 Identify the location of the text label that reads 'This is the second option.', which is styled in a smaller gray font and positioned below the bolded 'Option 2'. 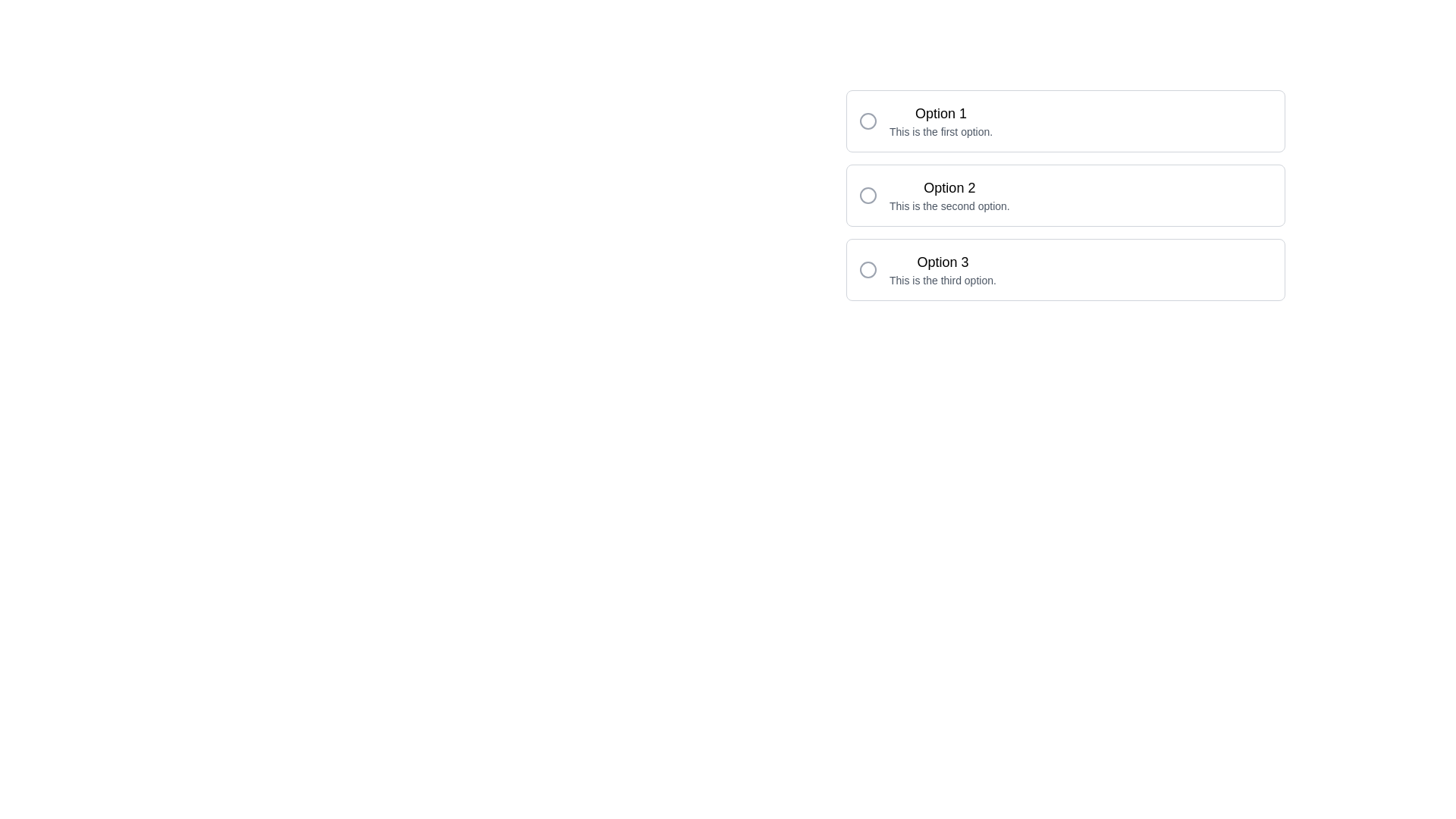
(949, 206).